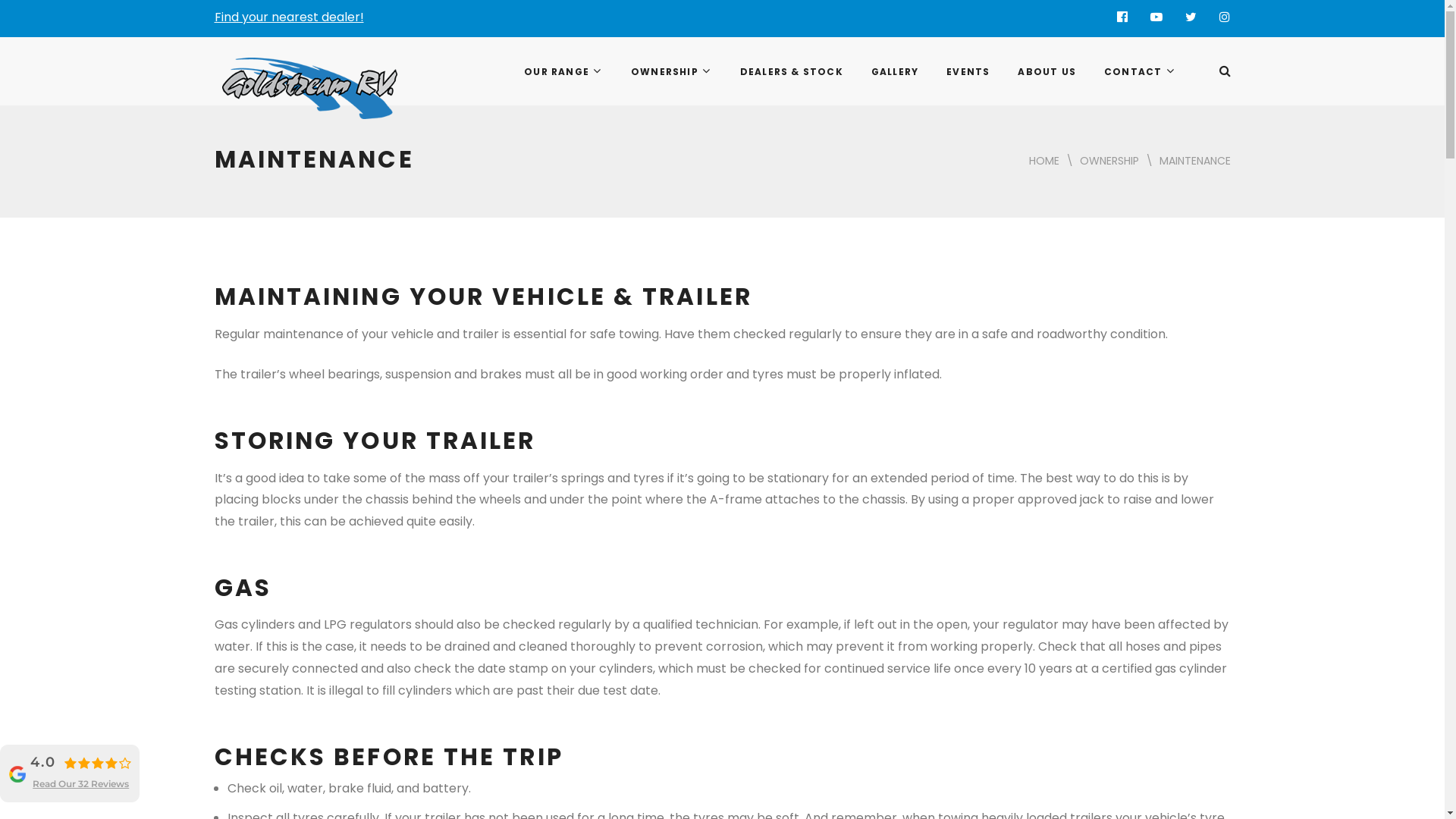 Image resolution: width=1456 pixels, height=819 pixels. I want to click on 'ABOUT US', so click(1044, 71).